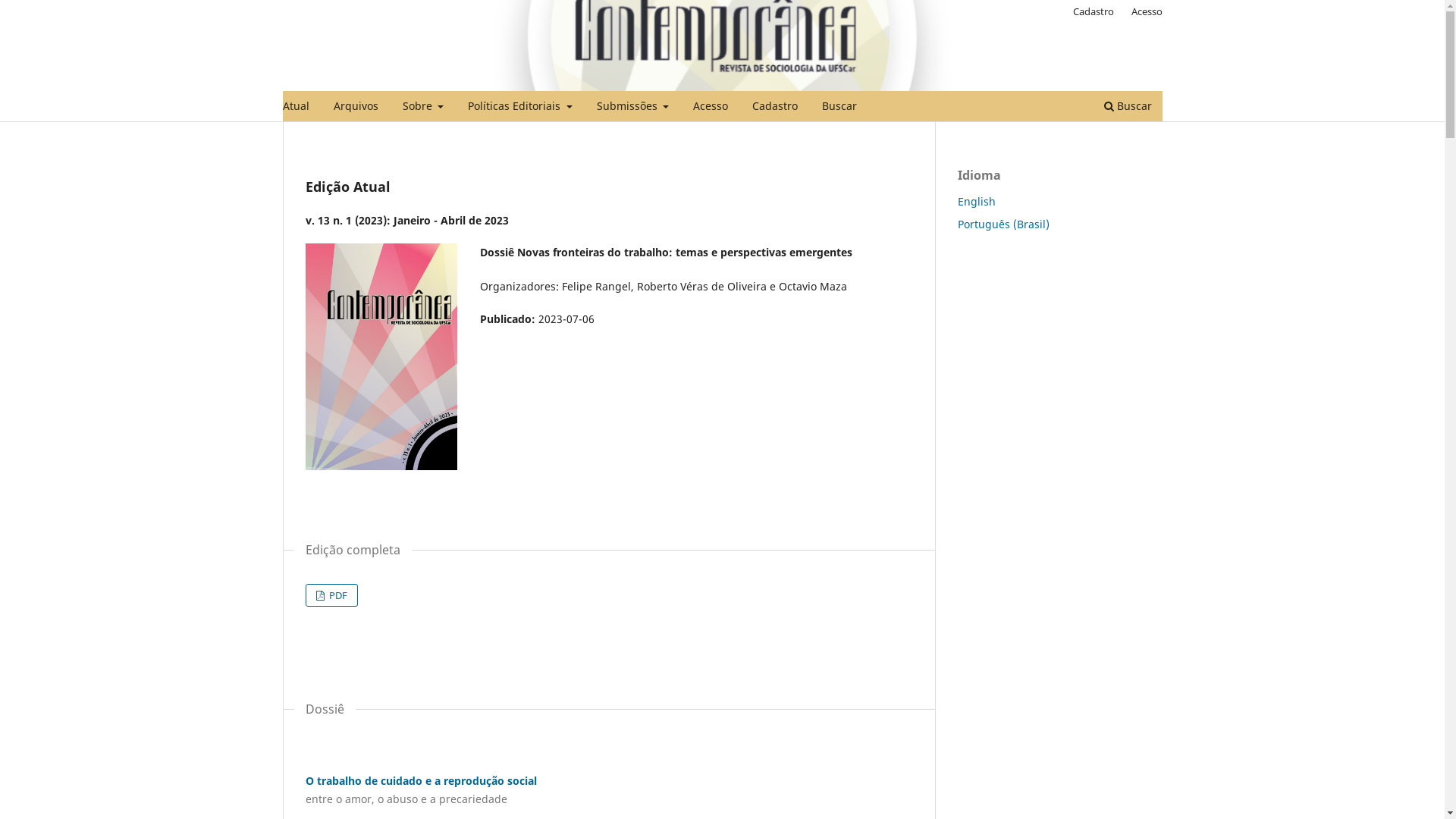 This screenshot has height=819, width=1456. Describe the element at coordinates (330, 595) in the screenshot. I see `'PDF'` at that location.